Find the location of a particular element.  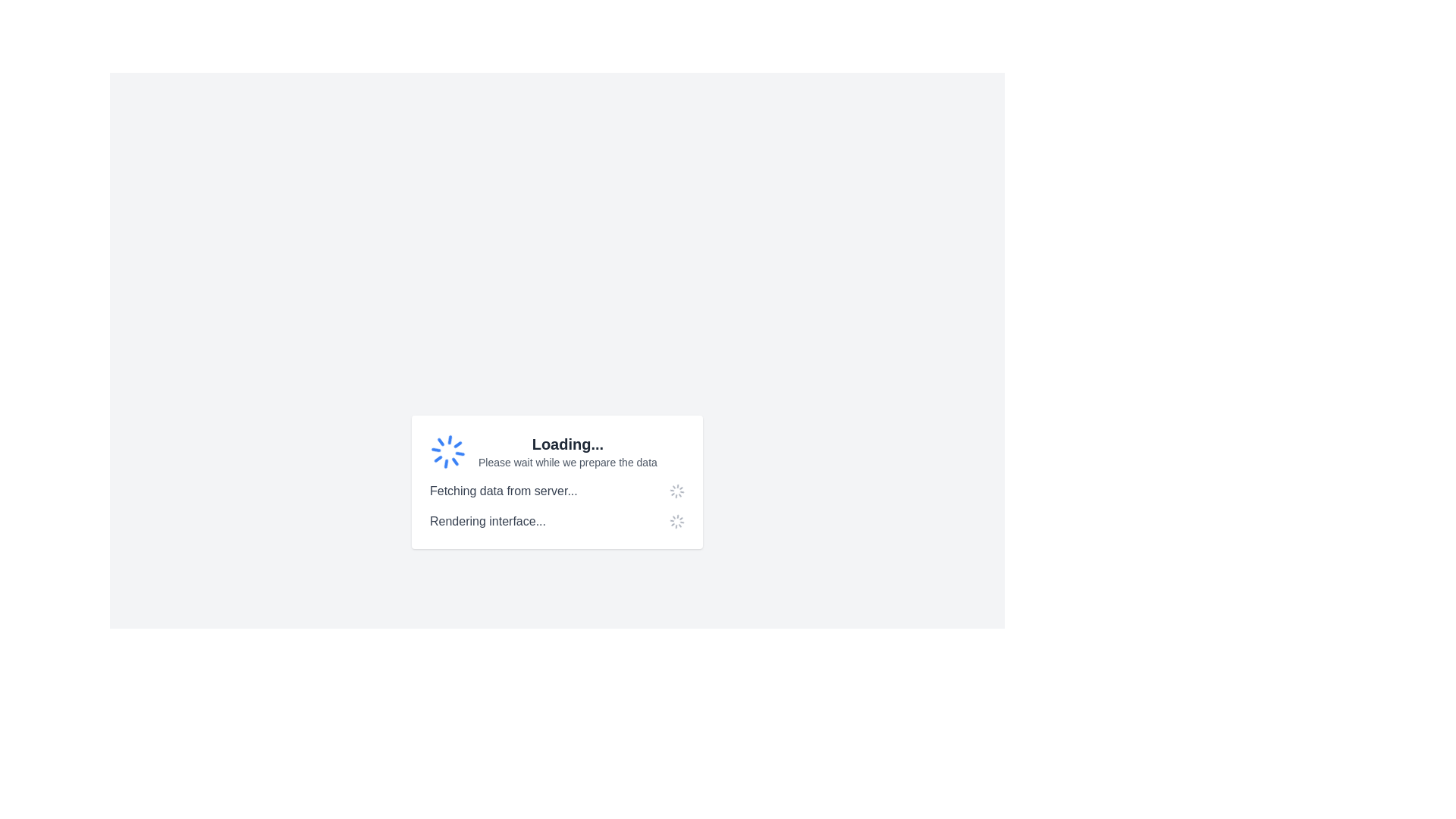

the circular loader icon with a spinning animation, which is styled in light gray and located next to the text 'Fetching data from server...' is located at coordinates (676, 491).